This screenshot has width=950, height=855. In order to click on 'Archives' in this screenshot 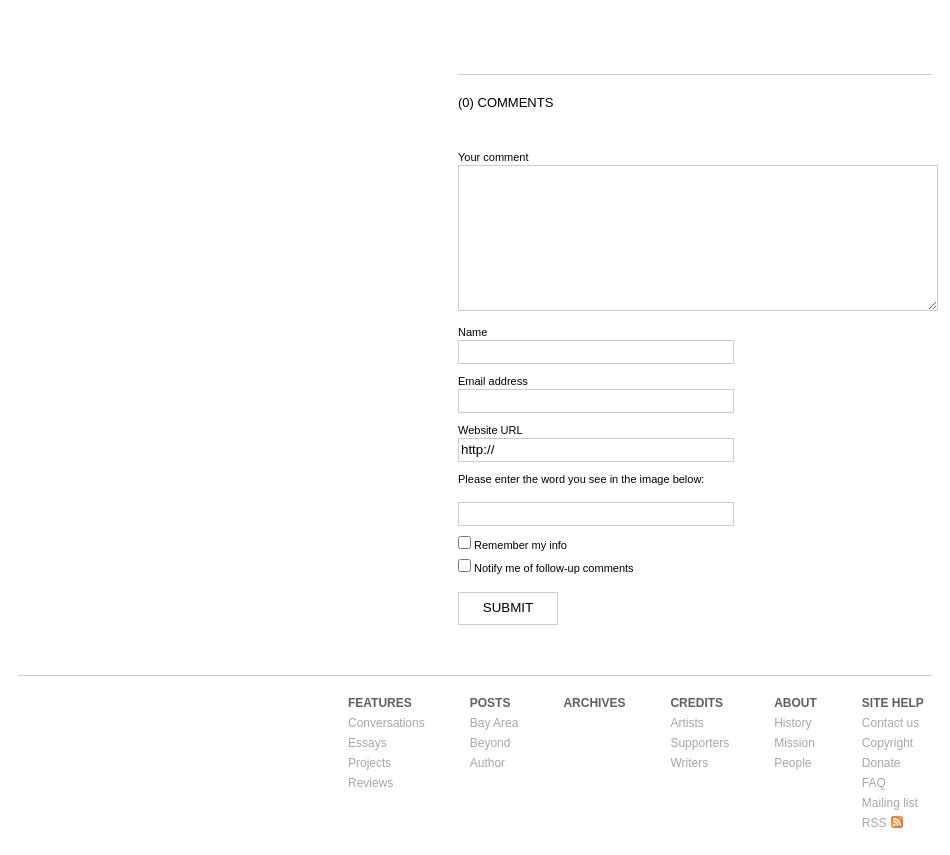, I will do `click(594, 701)`.